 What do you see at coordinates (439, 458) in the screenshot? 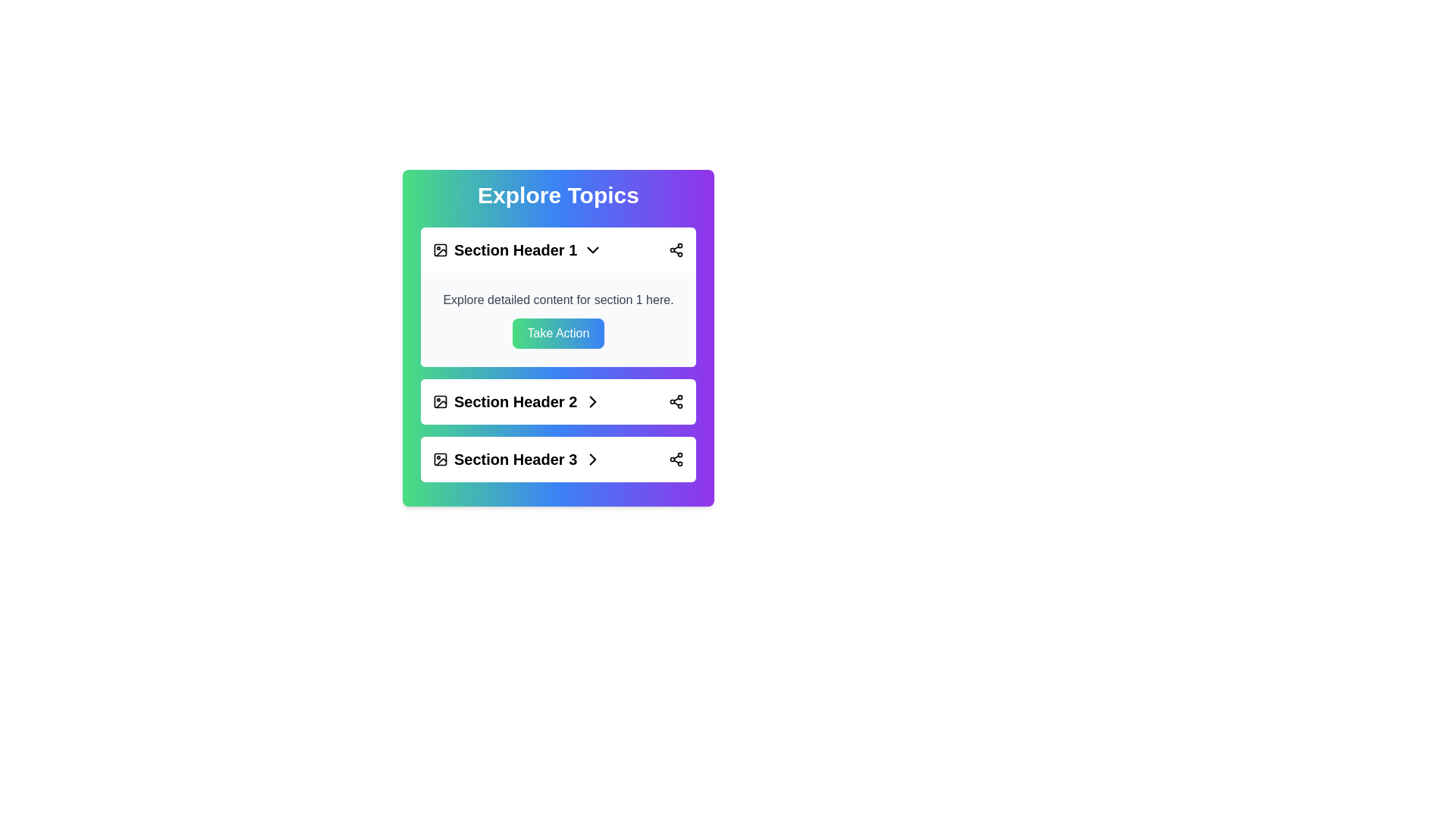
I see `the square icon with rounded corners located in the 'Explore Topics' section, associated with 'Section Header 3', to the left of the text` at bounding box center [439, 458].